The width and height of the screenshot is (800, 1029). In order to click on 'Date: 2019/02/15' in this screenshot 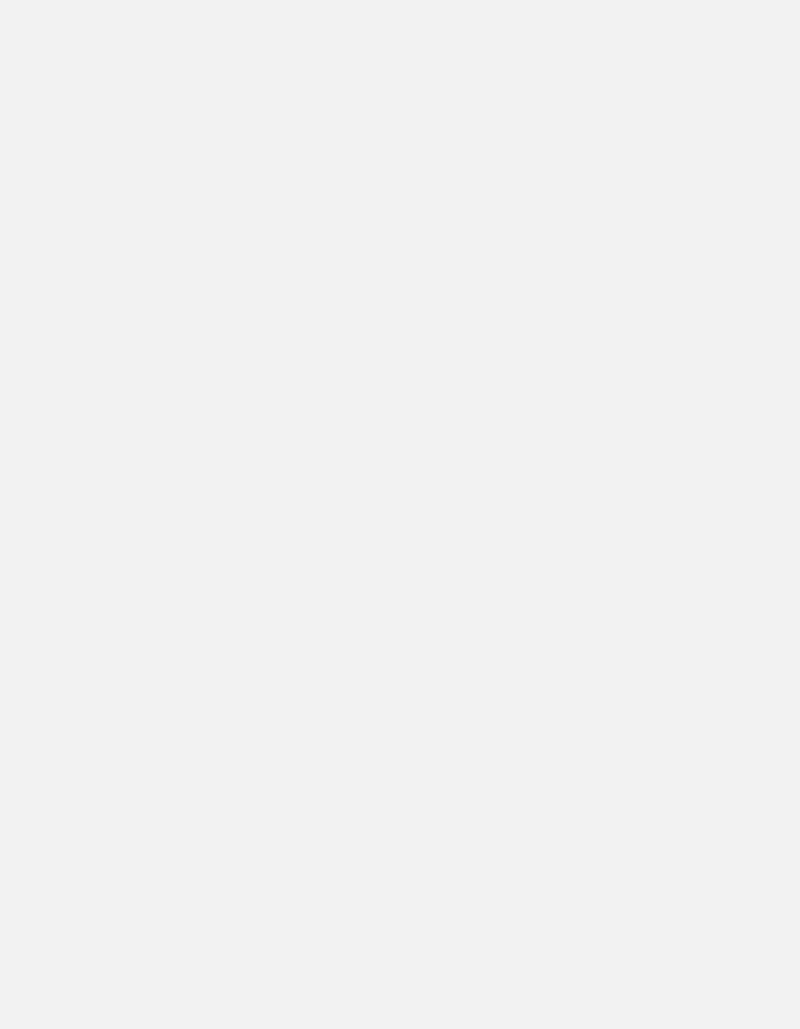, I will do `click(162, 224)`.